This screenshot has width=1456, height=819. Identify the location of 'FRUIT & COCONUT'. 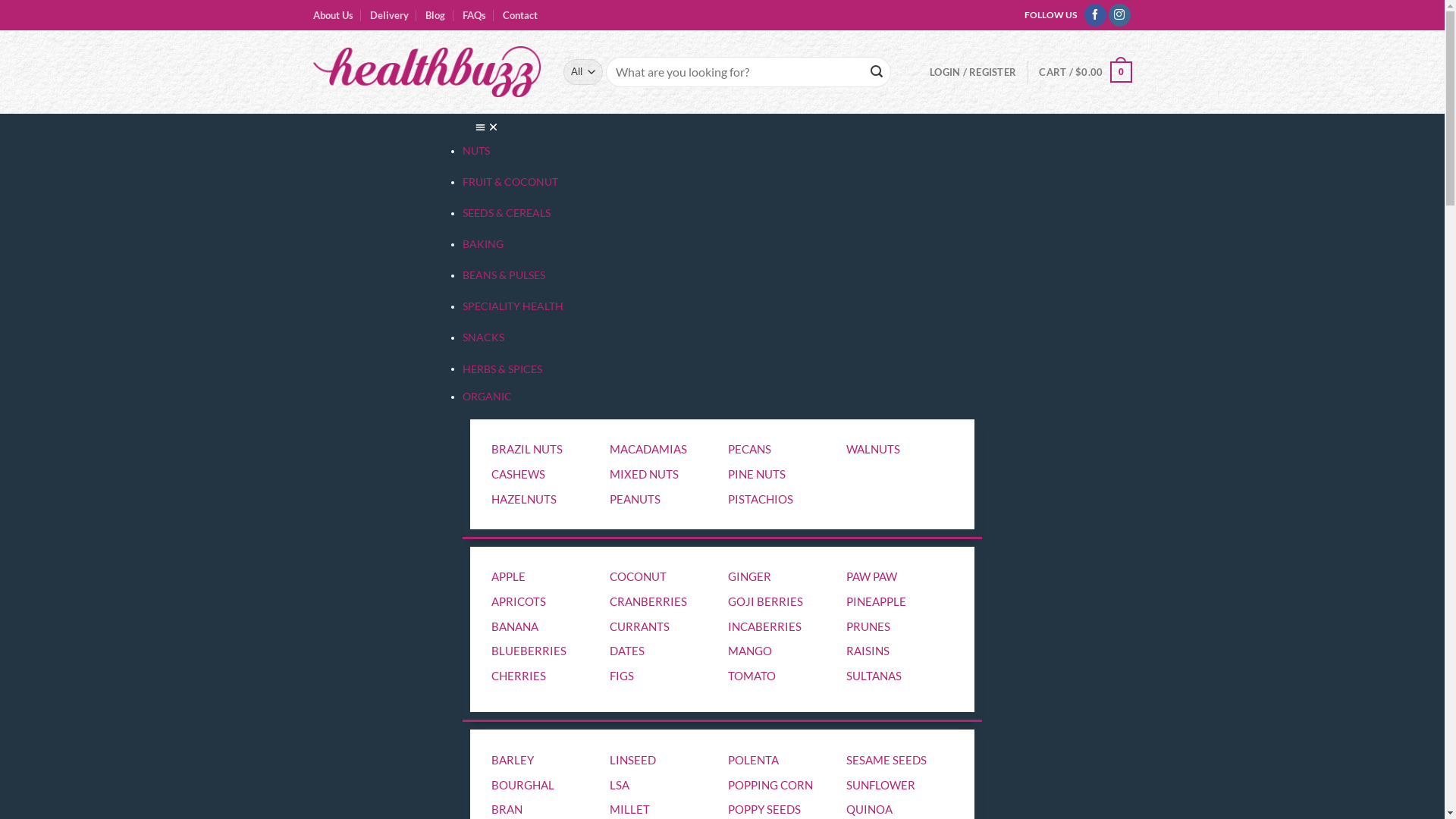
(511, 180).